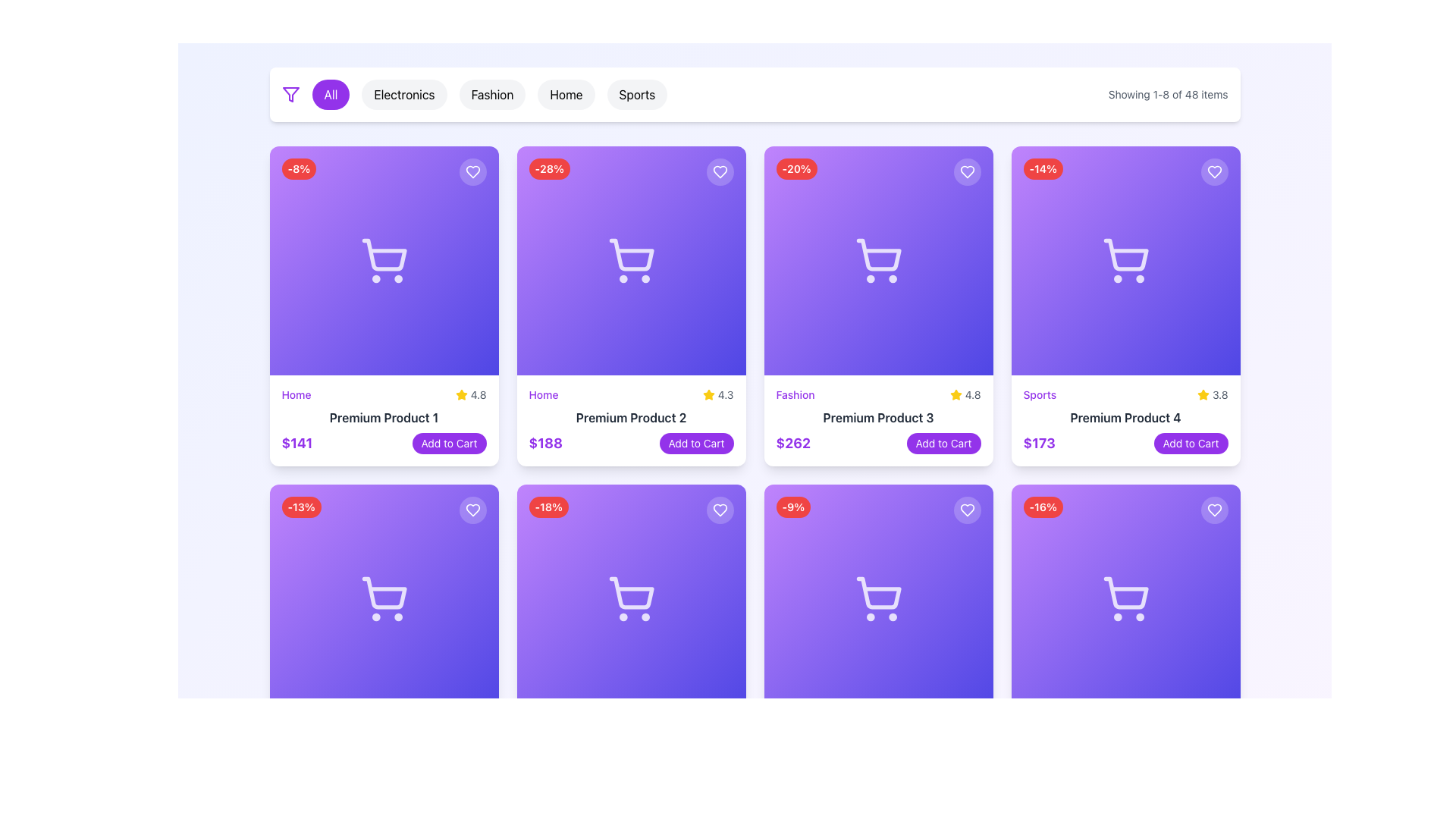  What do you see at coordinates (384, 418) in the screenshot?
I see `the text label displaying the product name in the lower-middle part of the first product card in the leftmost column to trigger any potential tooltip or visual effect` at bounding box center [384, 418].